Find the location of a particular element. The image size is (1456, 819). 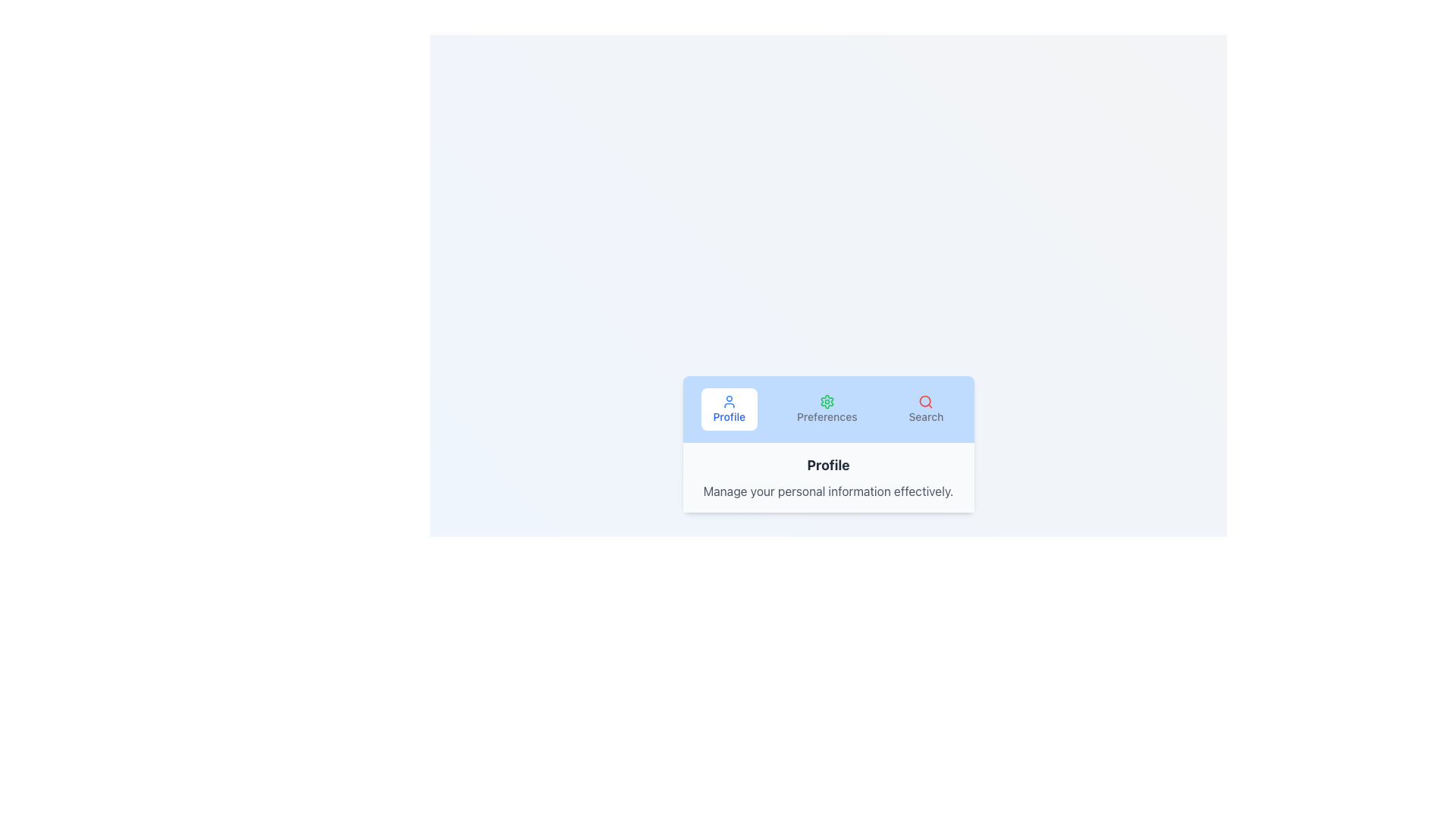

the 'Preferences' settings icon located in the middle of a horizontal group of options is located at coordinates (826, 400).